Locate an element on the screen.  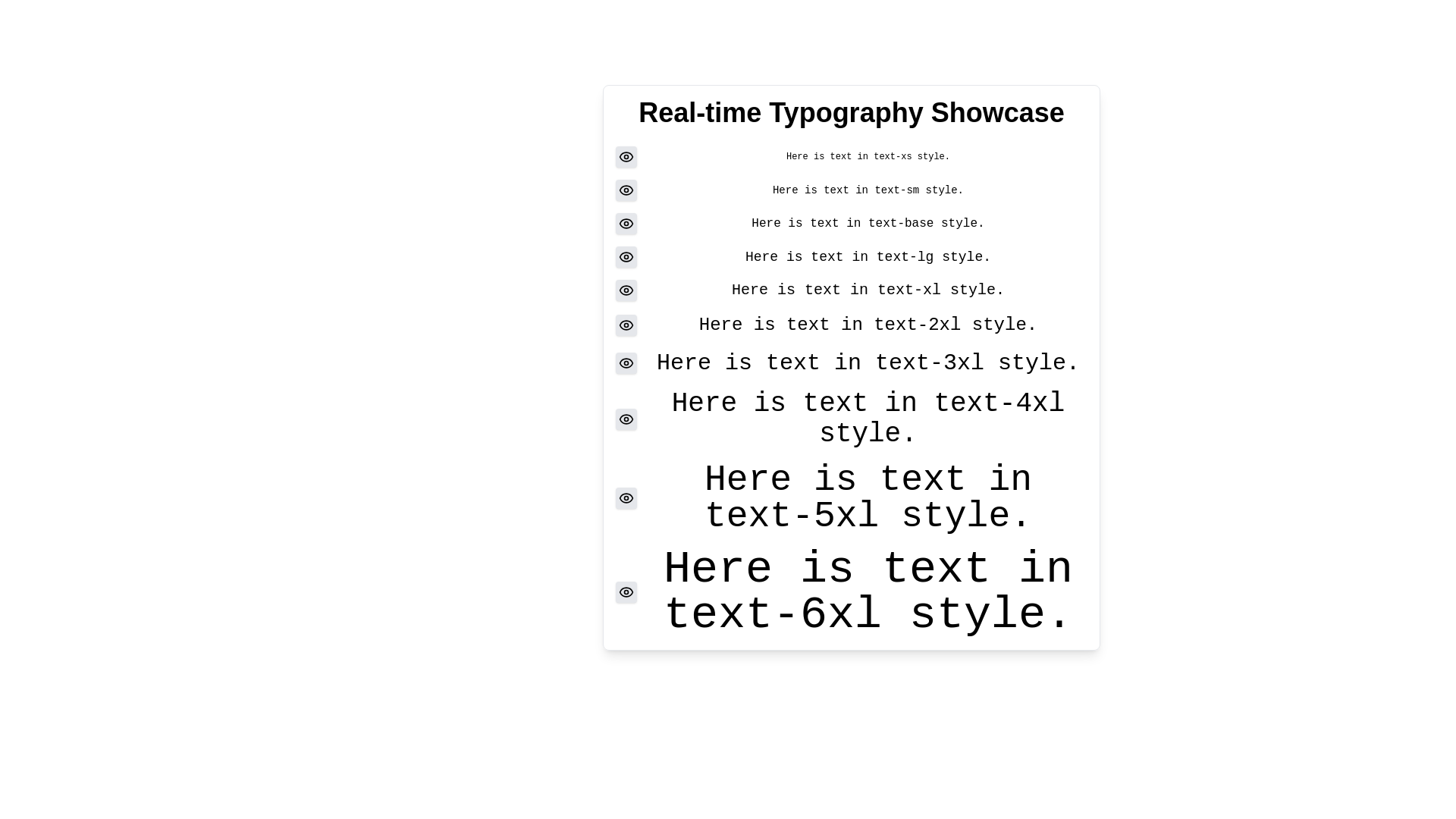
the text label styled with the 'text-xl' class, which is positioned centrally and slightly above the middle in the vertical list of styled text samples is located at coordinates (868, 290).